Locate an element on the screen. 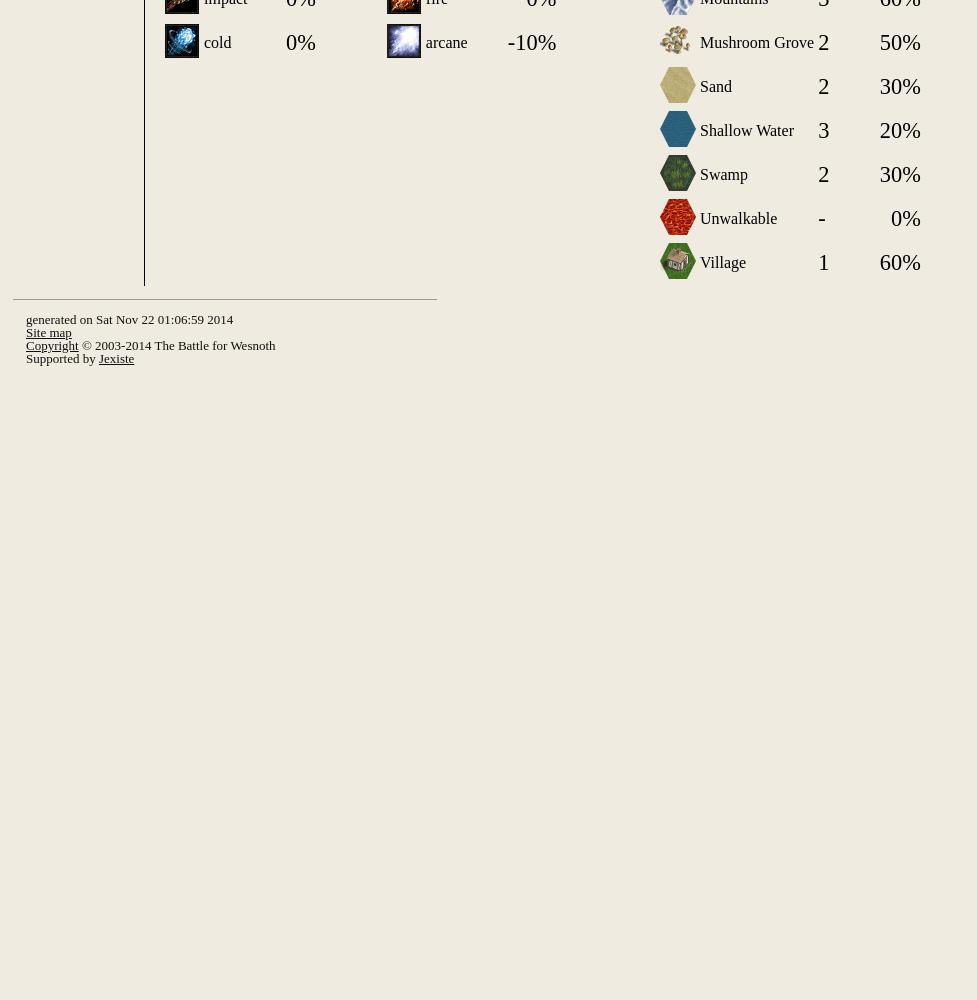  'Jexiste' is located at coordinates (115, 356).